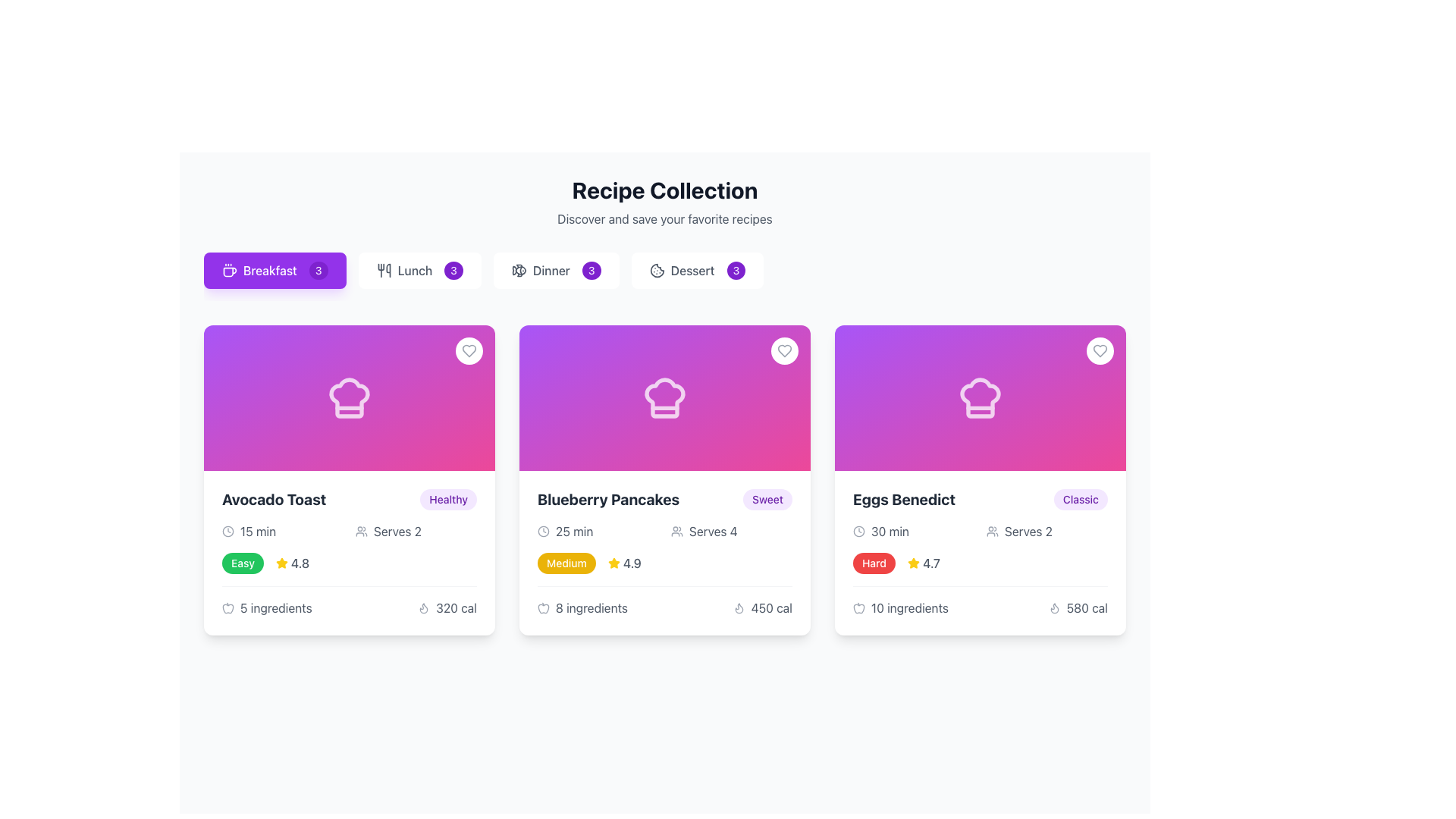  I want to click on the display information element showing '5 ingredients' and '320 cal' for the Avocado Toast recipe, so click(348, 601).